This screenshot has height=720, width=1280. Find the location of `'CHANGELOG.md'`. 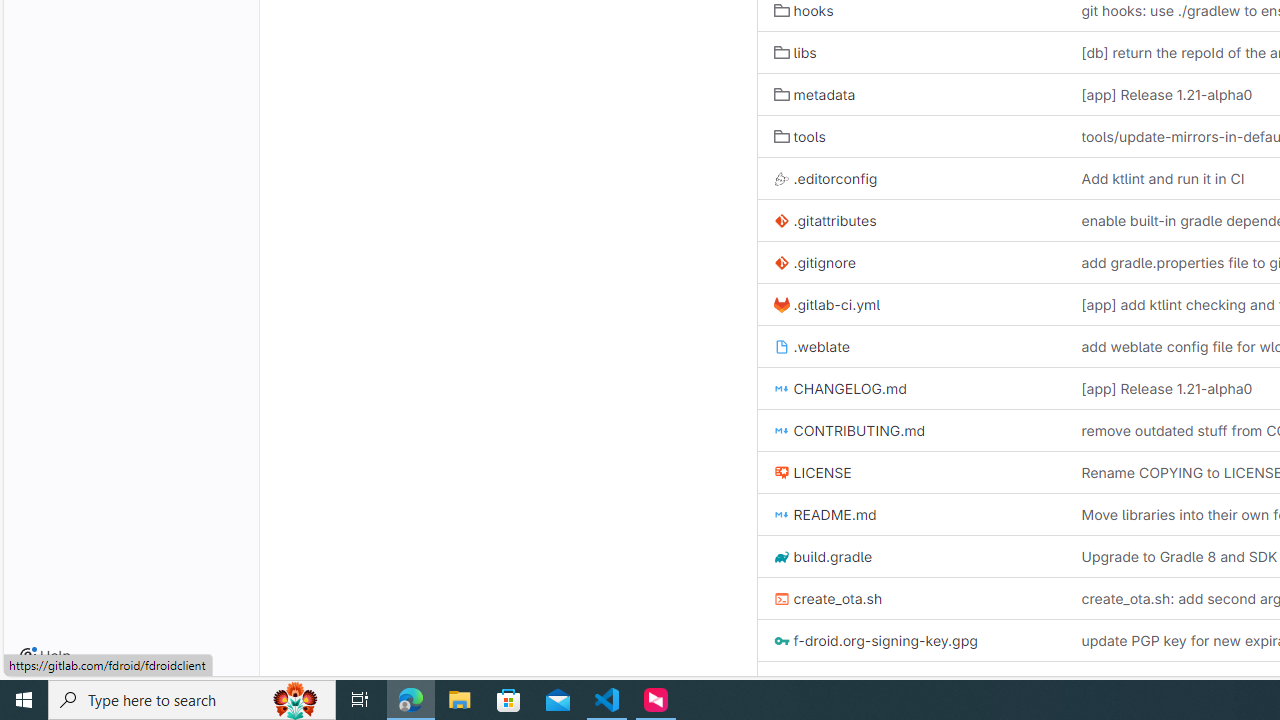

'CHANGELOG.md' is located at coordinates (840, 389).